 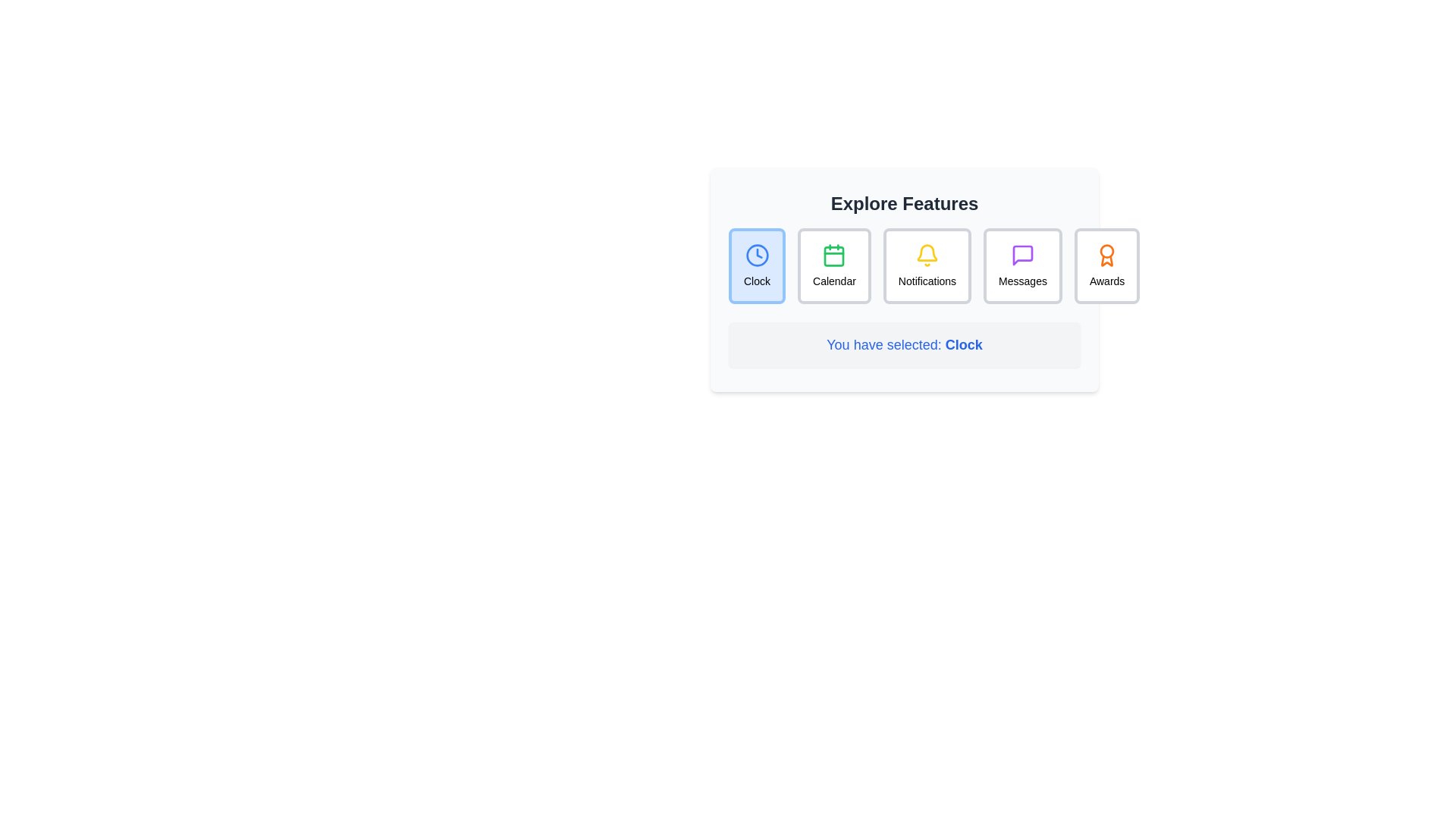 What do you see at coordinates (757, 265) in the screenshot?
I see `the first interactive feature card with a blue border located at the top-left of the feature card group` at bounding box center [757, 265].